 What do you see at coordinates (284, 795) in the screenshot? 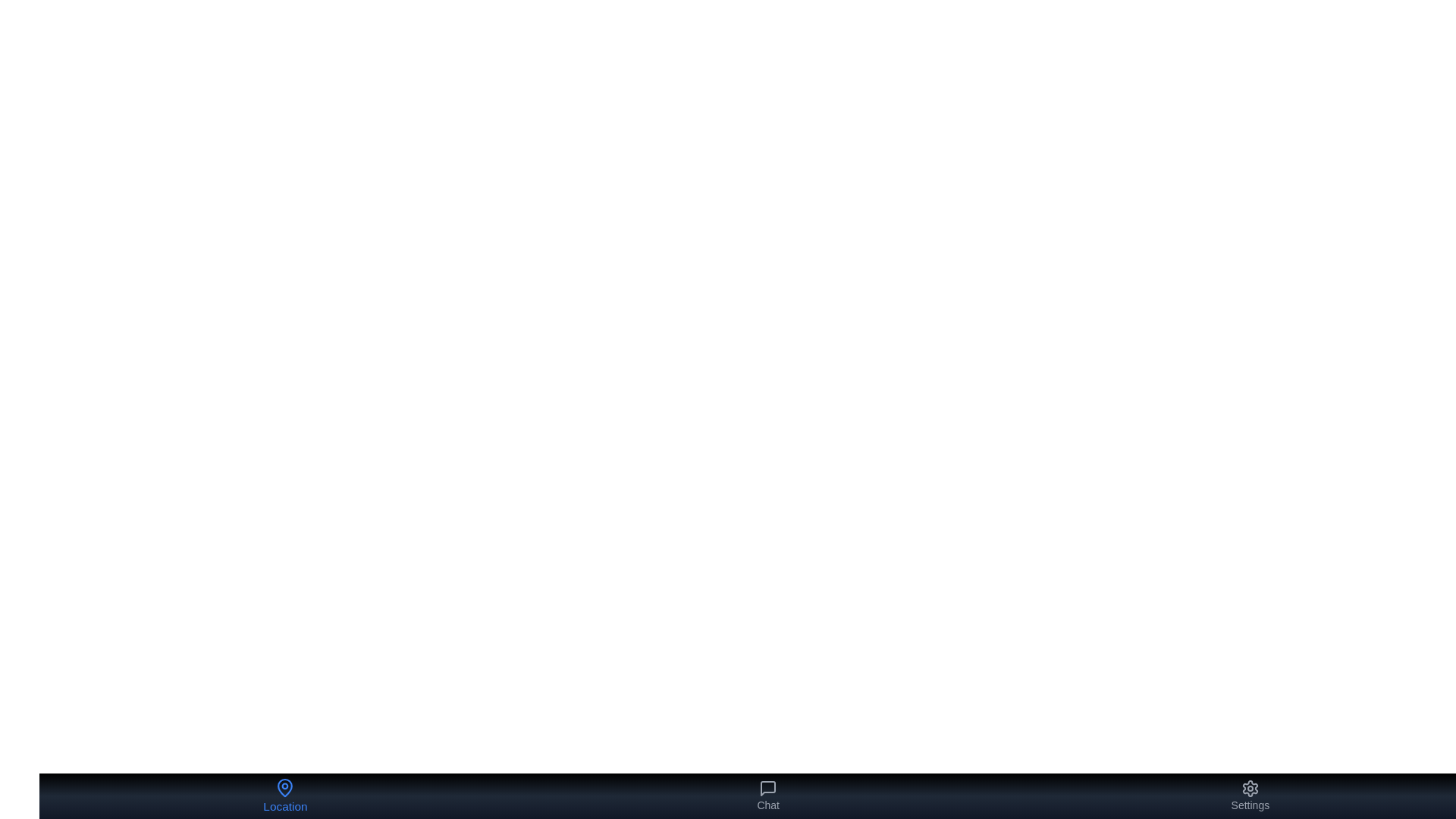
I see `the 'Location' button in the bottom navigation bar` at bounding box center [284, 795].